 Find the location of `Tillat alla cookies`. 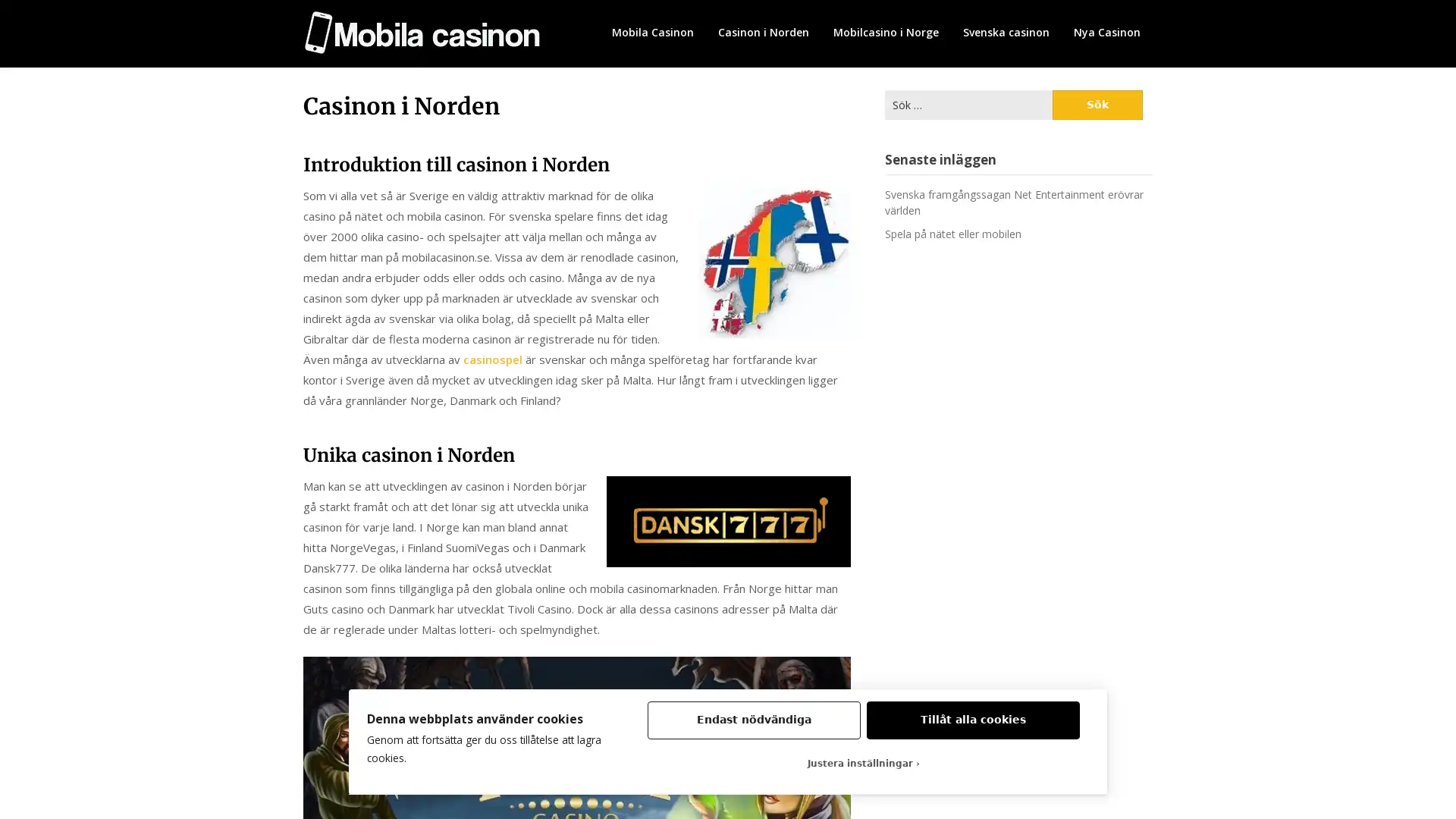

Tillat alla cookies is located at coordinates (972, 719).